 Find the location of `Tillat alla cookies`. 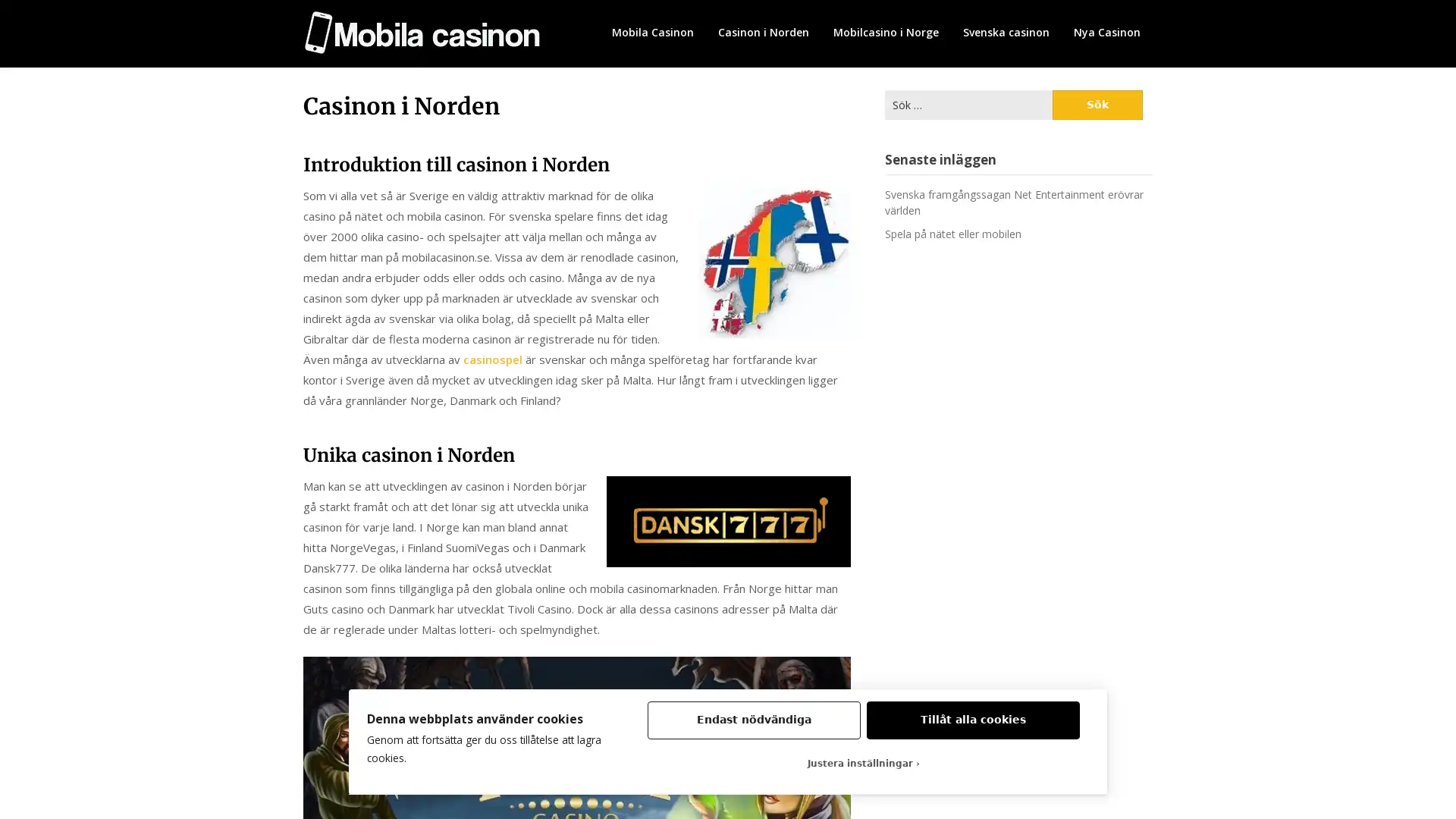

Tillat alla cookies is located at coordinates (972, 719).